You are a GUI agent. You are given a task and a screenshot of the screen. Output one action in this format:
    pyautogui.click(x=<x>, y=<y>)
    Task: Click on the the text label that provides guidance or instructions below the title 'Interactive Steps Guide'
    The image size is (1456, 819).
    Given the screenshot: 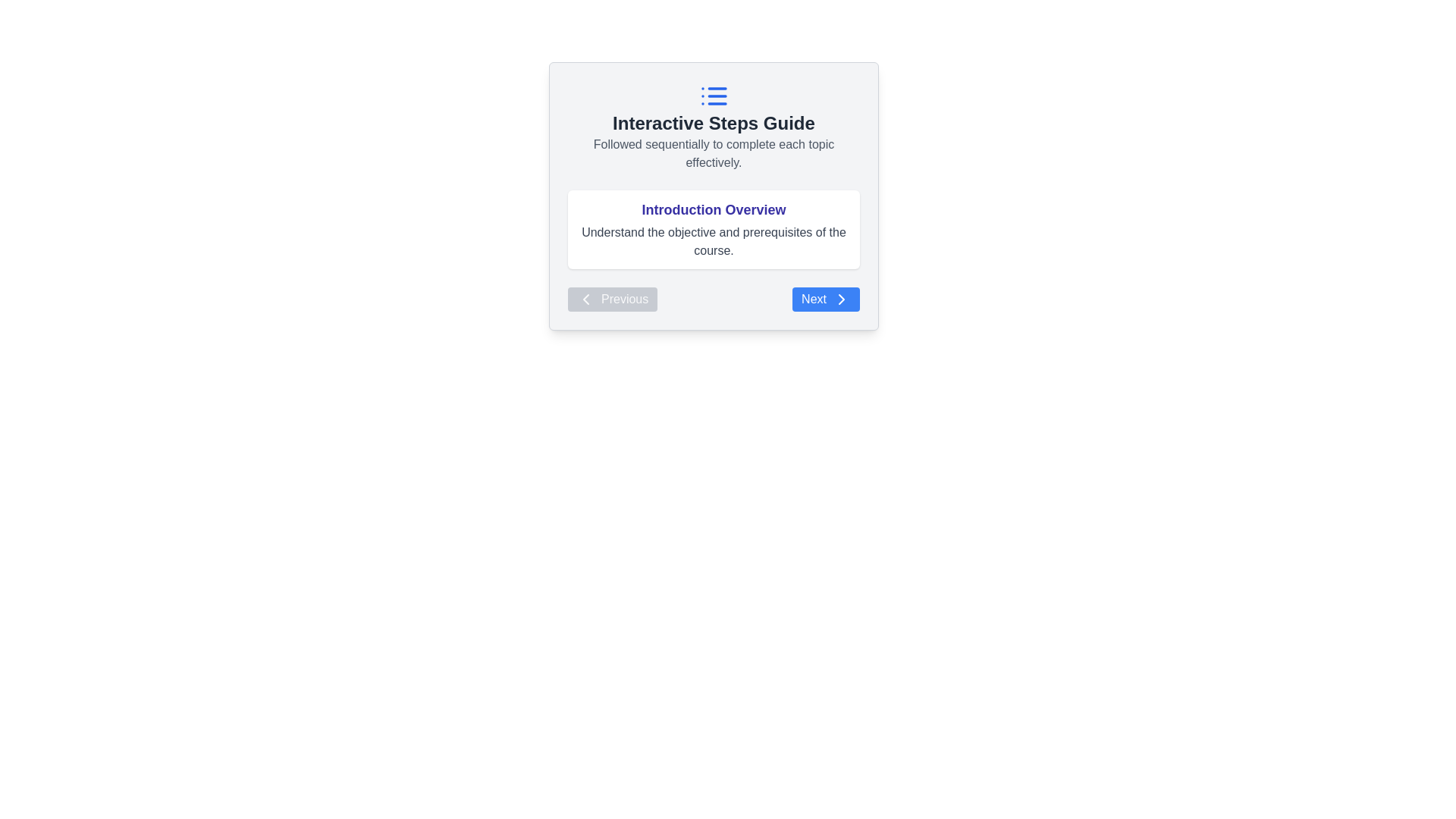 What is the action you would take?
    pyautogui.click(x=713, y=154)
    